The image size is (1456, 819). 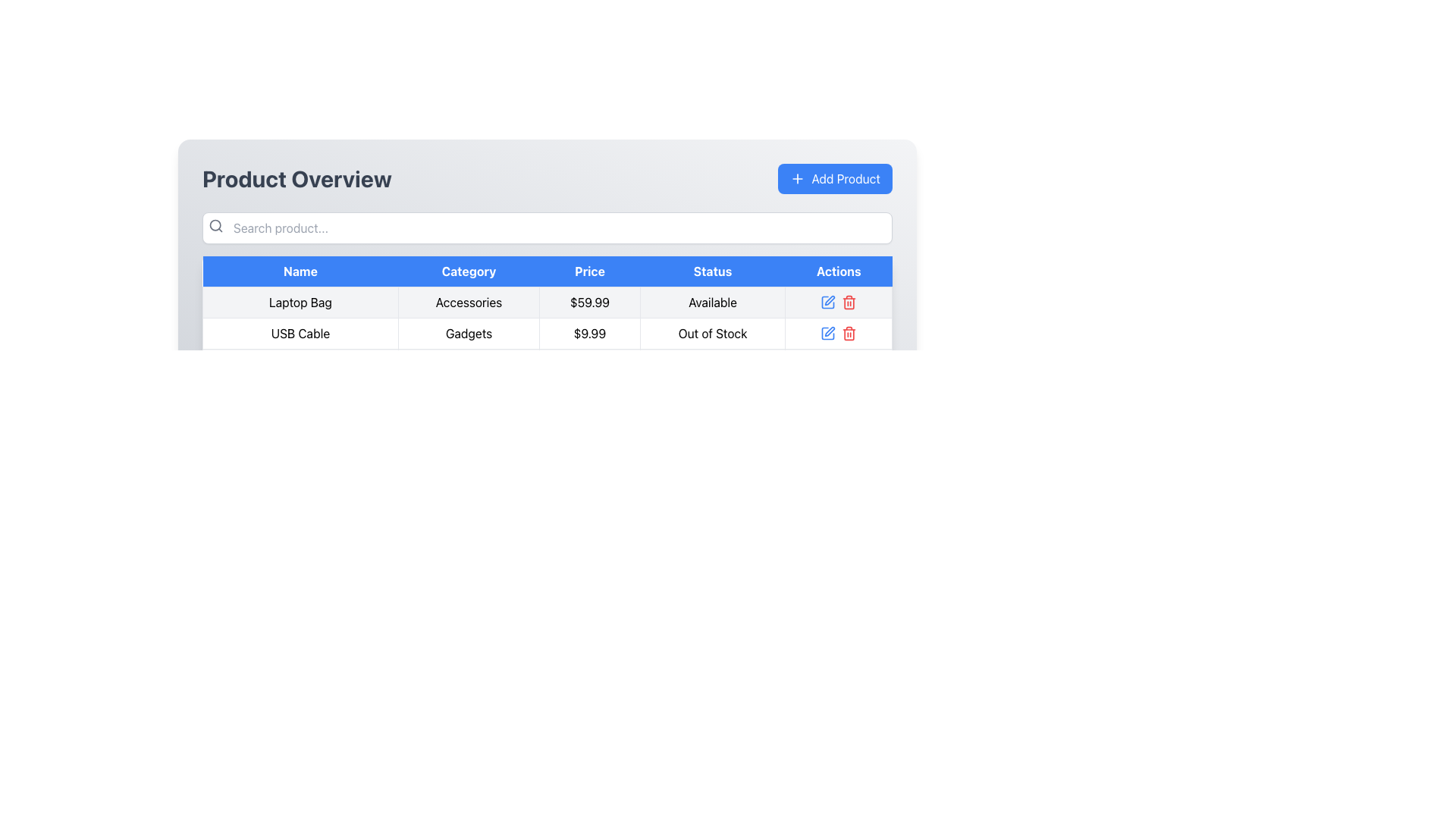 I want to click on the square icon with rounded corners representing an editing action located on the right side of the second row in the table under the 'Actions' column, so click(x=827, y=332).